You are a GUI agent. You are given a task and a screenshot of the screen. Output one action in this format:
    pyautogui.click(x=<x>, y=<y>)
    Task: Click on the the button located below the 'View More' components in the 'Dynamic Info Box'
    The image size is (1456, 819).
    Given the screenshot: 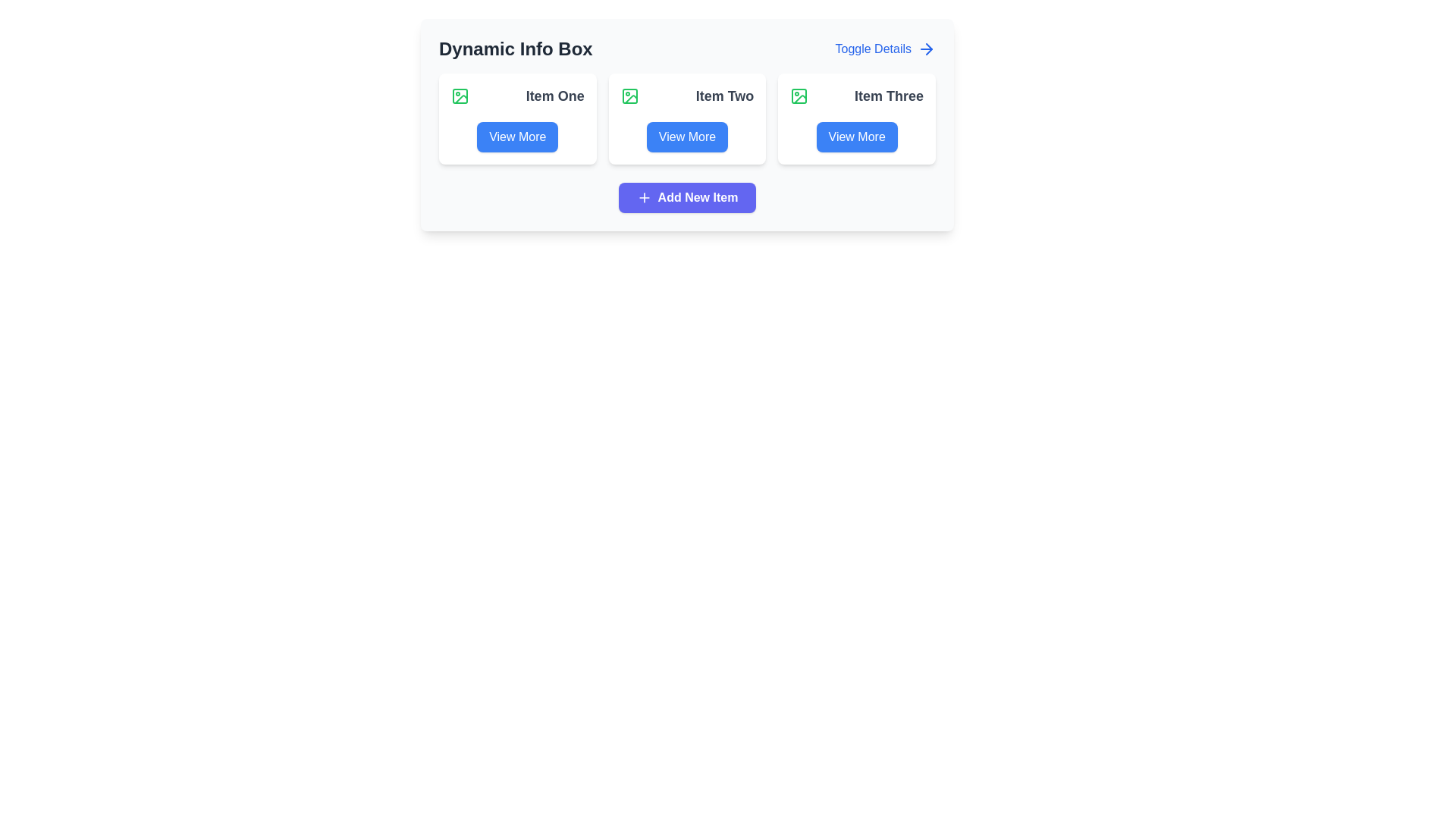 What is the action you would take?
    pyautogui.click(x=686, y=197)
    